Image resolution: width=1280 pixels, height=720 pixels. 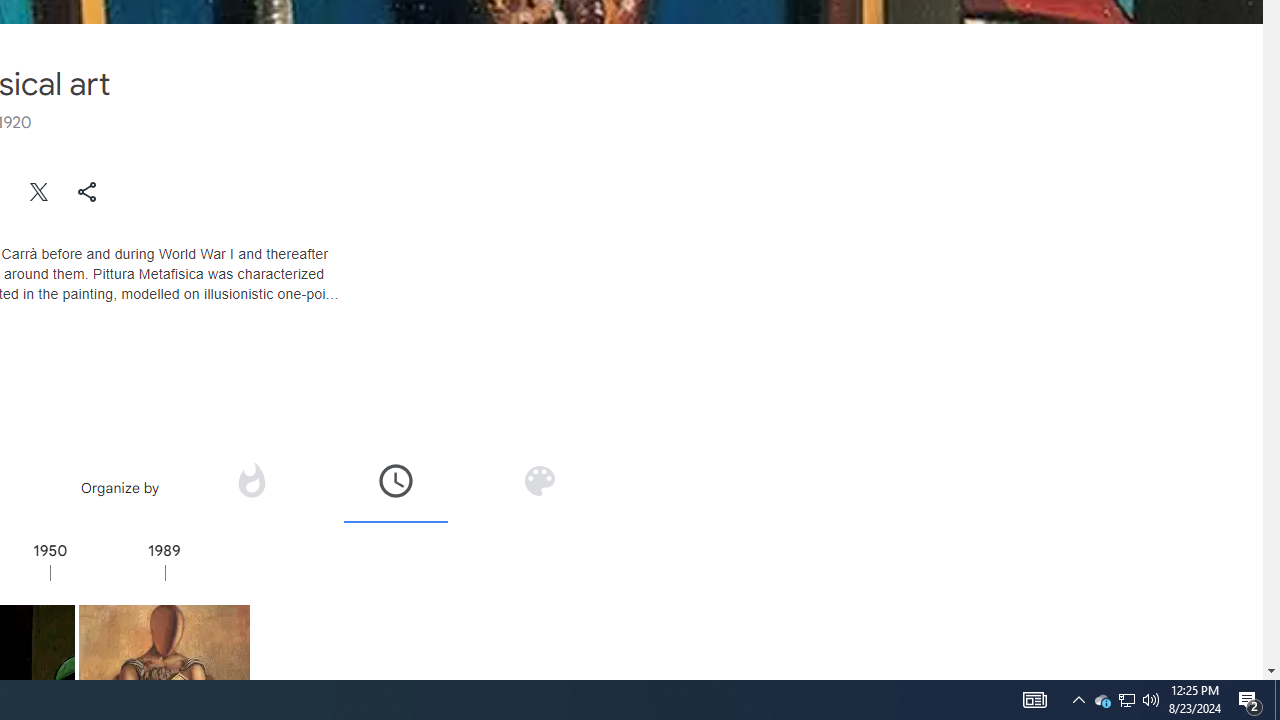 I want to click on 'Organize by color', so click(x=539, y=480).